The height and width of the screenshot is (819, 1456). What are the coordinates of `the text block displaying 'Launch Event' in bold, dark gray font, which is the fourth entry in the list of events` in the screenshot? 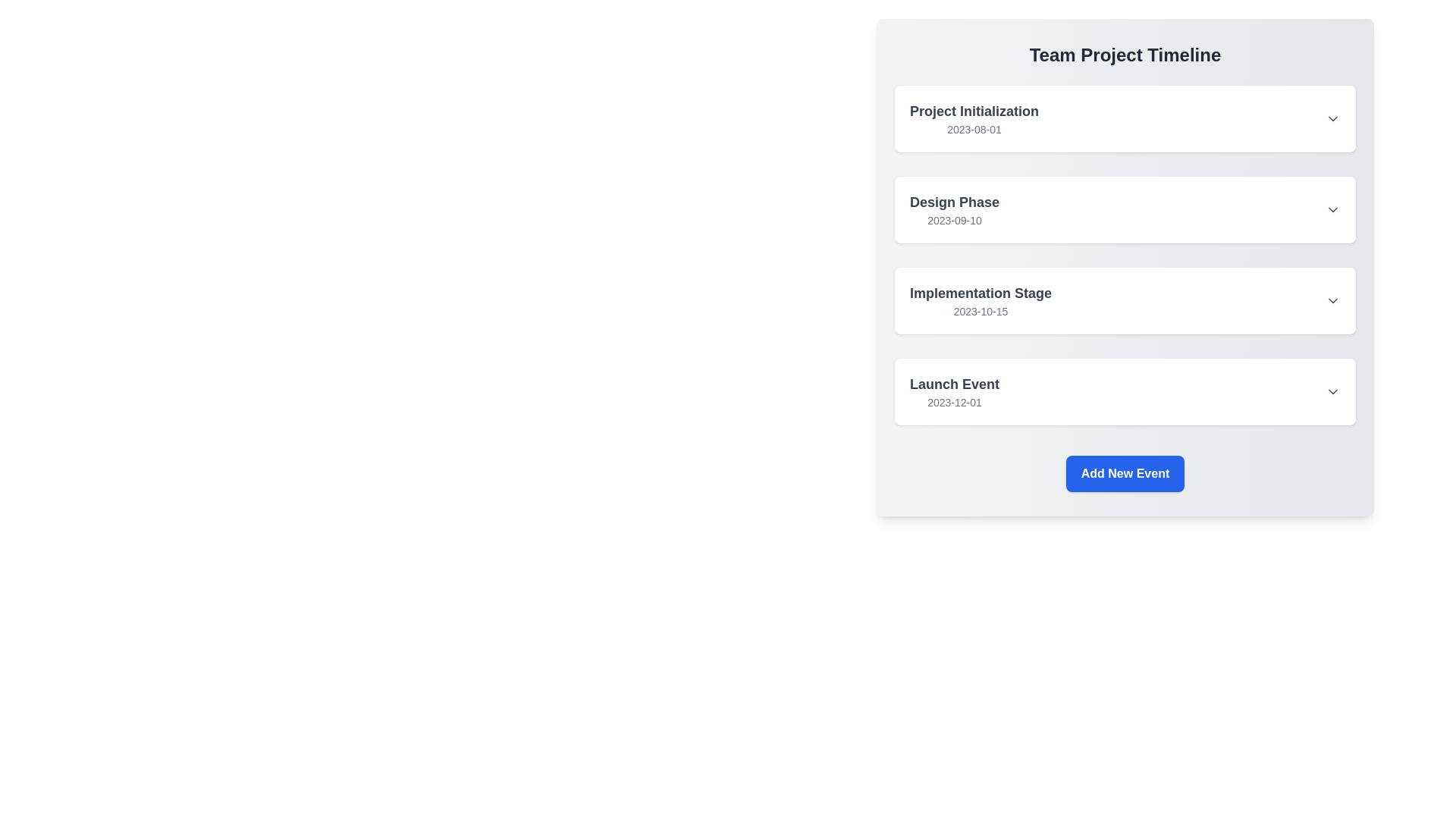 It's located at (953, 391).